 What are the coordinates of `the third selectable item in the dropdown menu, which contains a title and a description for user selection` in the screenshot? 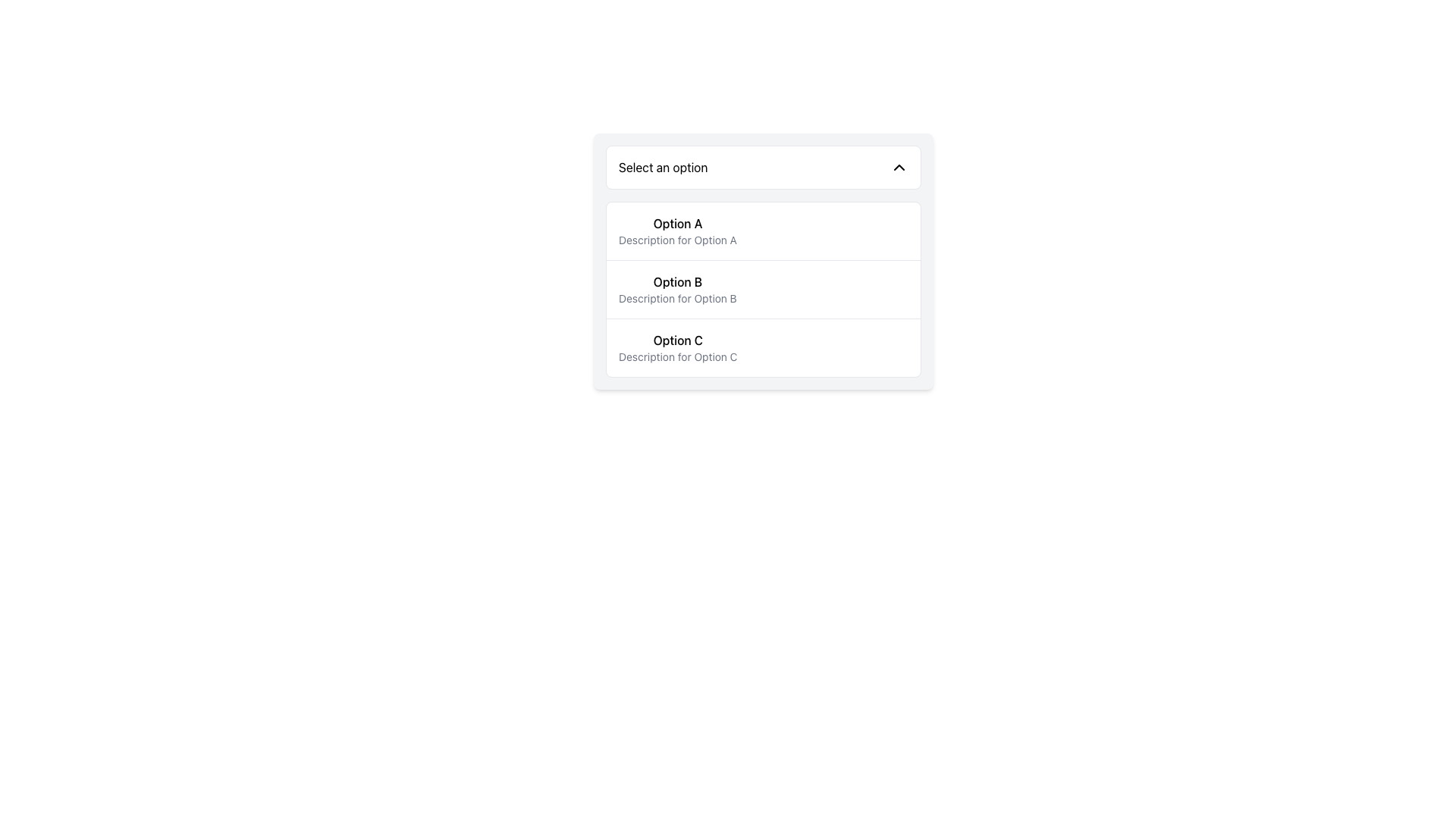 It's located at (764, 347).